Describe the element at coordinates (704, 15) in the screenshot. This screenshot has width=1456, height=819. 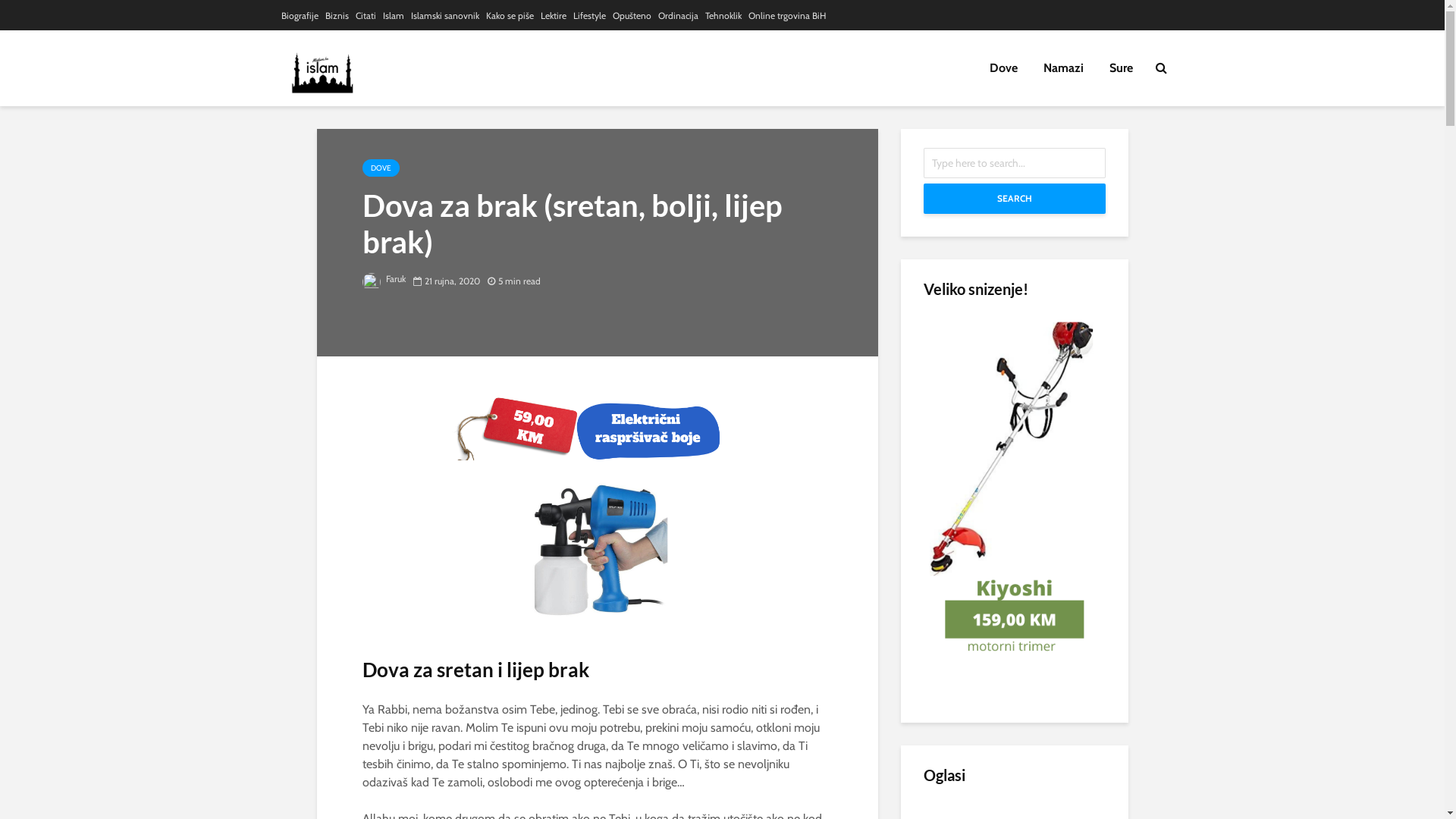
I see `'Tehnoklik'` at that location.